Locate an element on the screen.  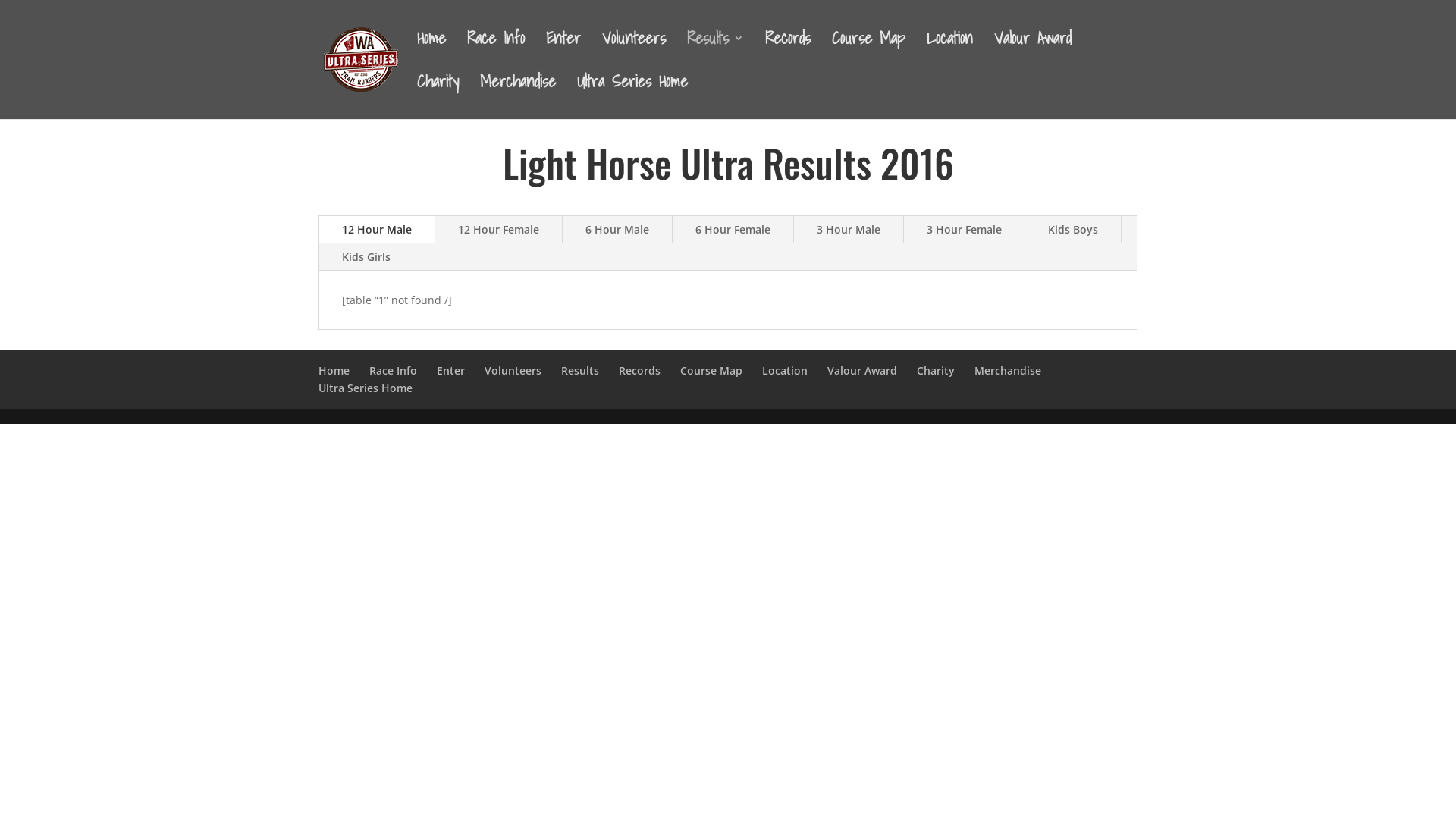
'Ultra Series Home' is located at coordinates (365, 387).